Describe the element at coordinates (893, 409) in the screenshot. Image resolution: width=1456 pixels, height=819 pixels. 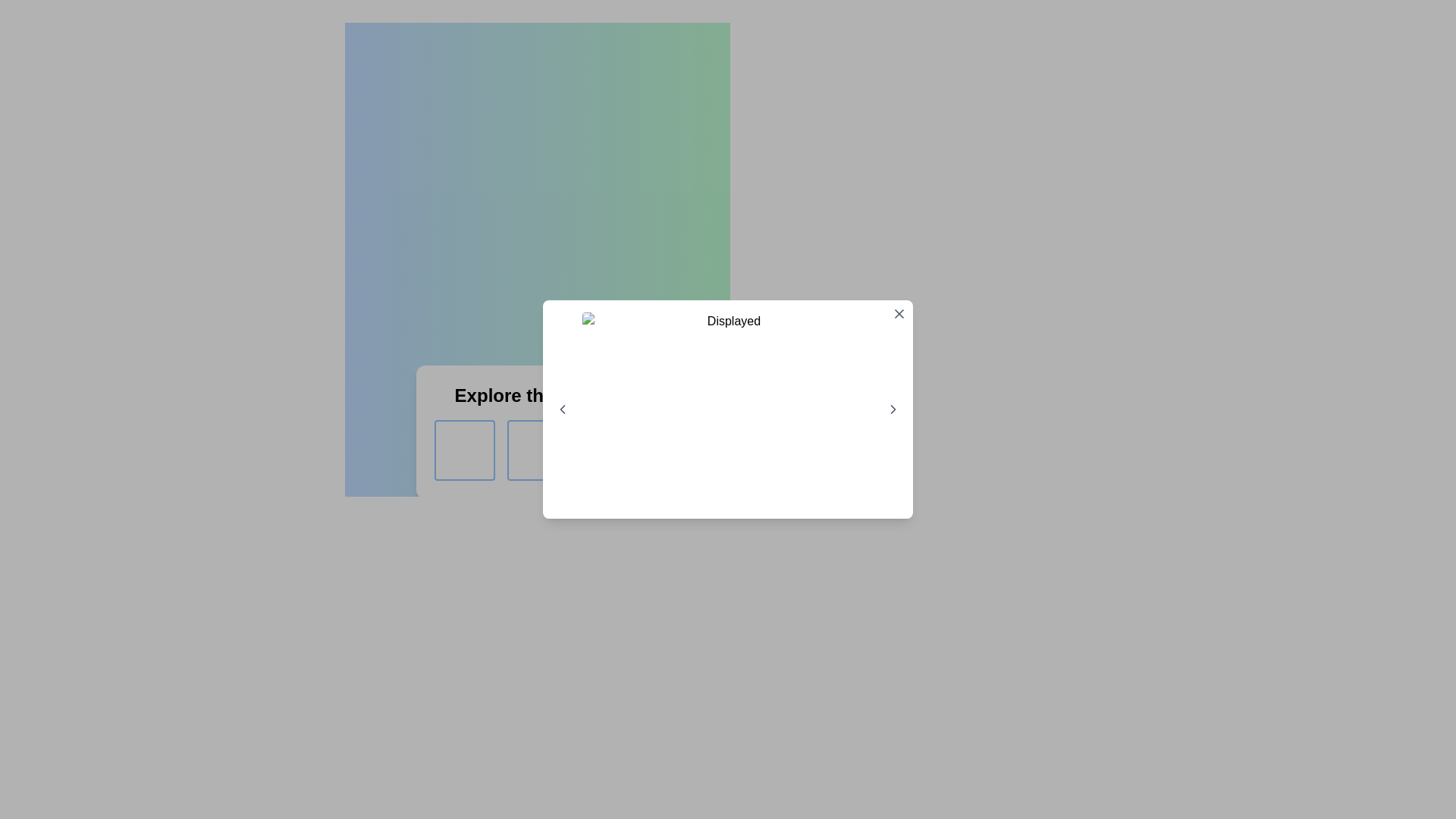
I see `the Chevron Arrow icon located in the top right quadrant of the modal dialog` at that location.